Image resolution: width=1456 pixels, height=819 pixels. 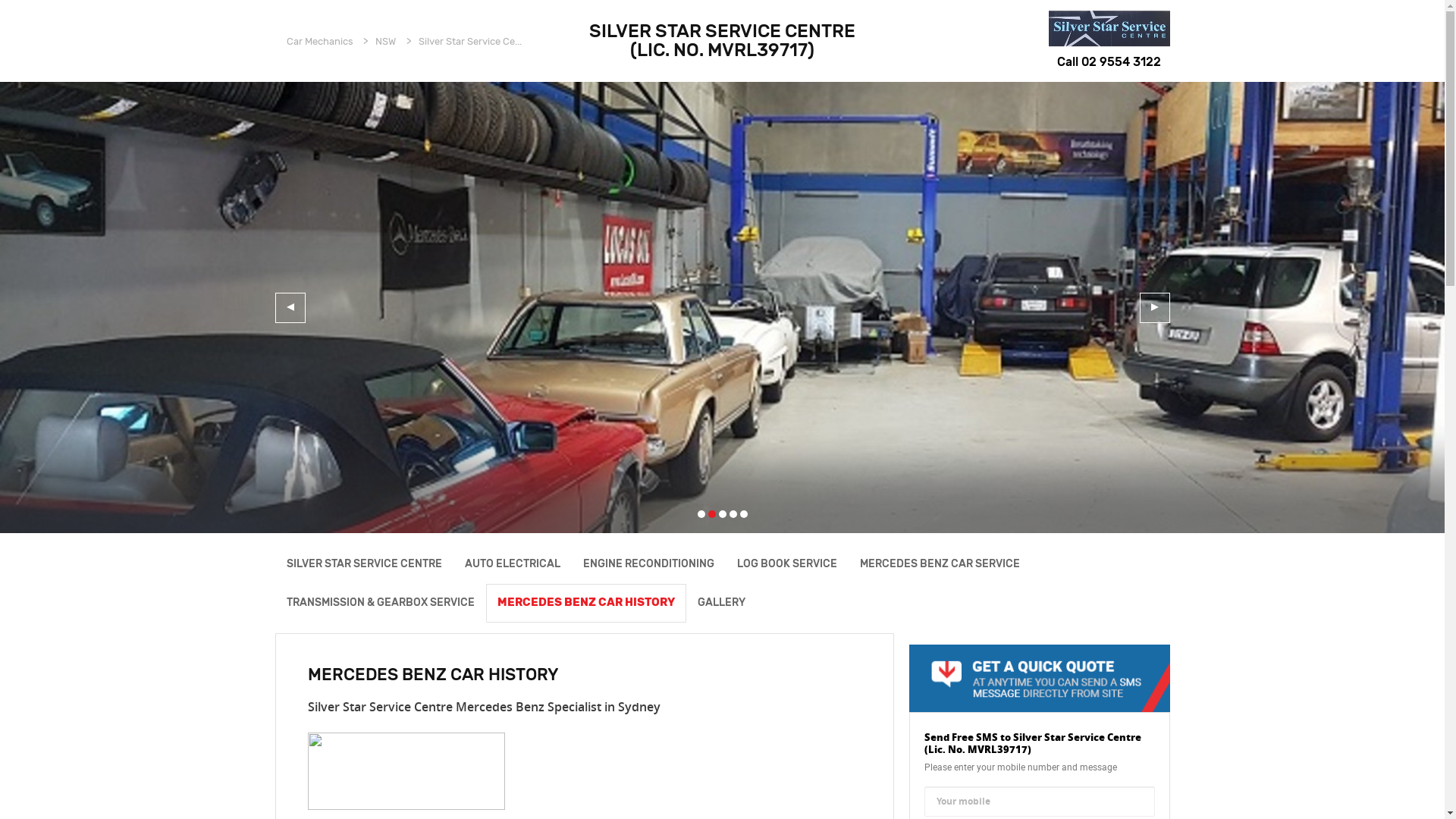 What do you see at coordinates (484, 601) in the screenshot?
I see `'MERCEDES BENZ CAR HISTORY'` at bounding box center [484, 601].